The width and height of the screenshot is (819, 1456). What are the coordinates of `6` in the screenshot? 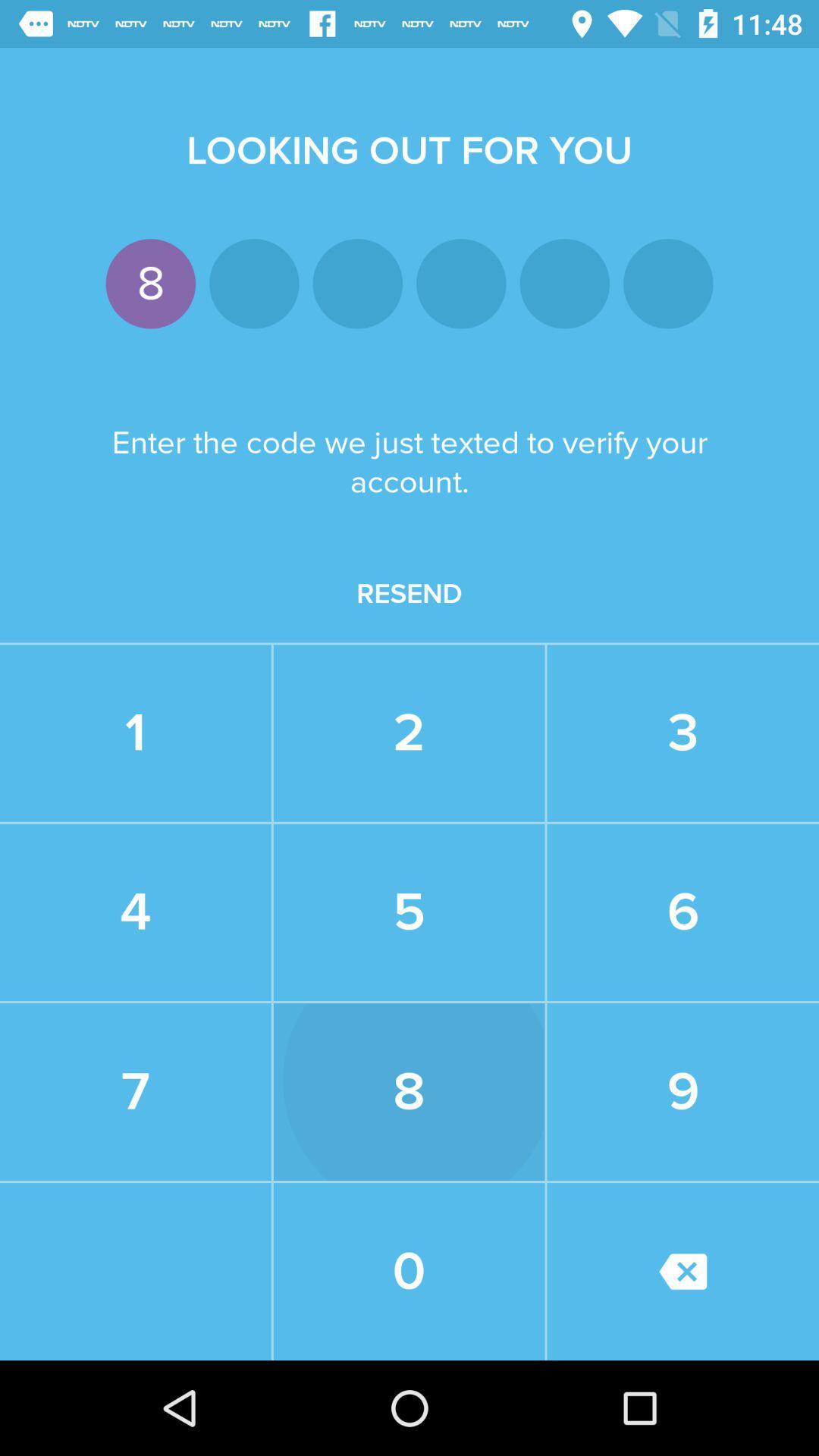 It's located at (682, 912).